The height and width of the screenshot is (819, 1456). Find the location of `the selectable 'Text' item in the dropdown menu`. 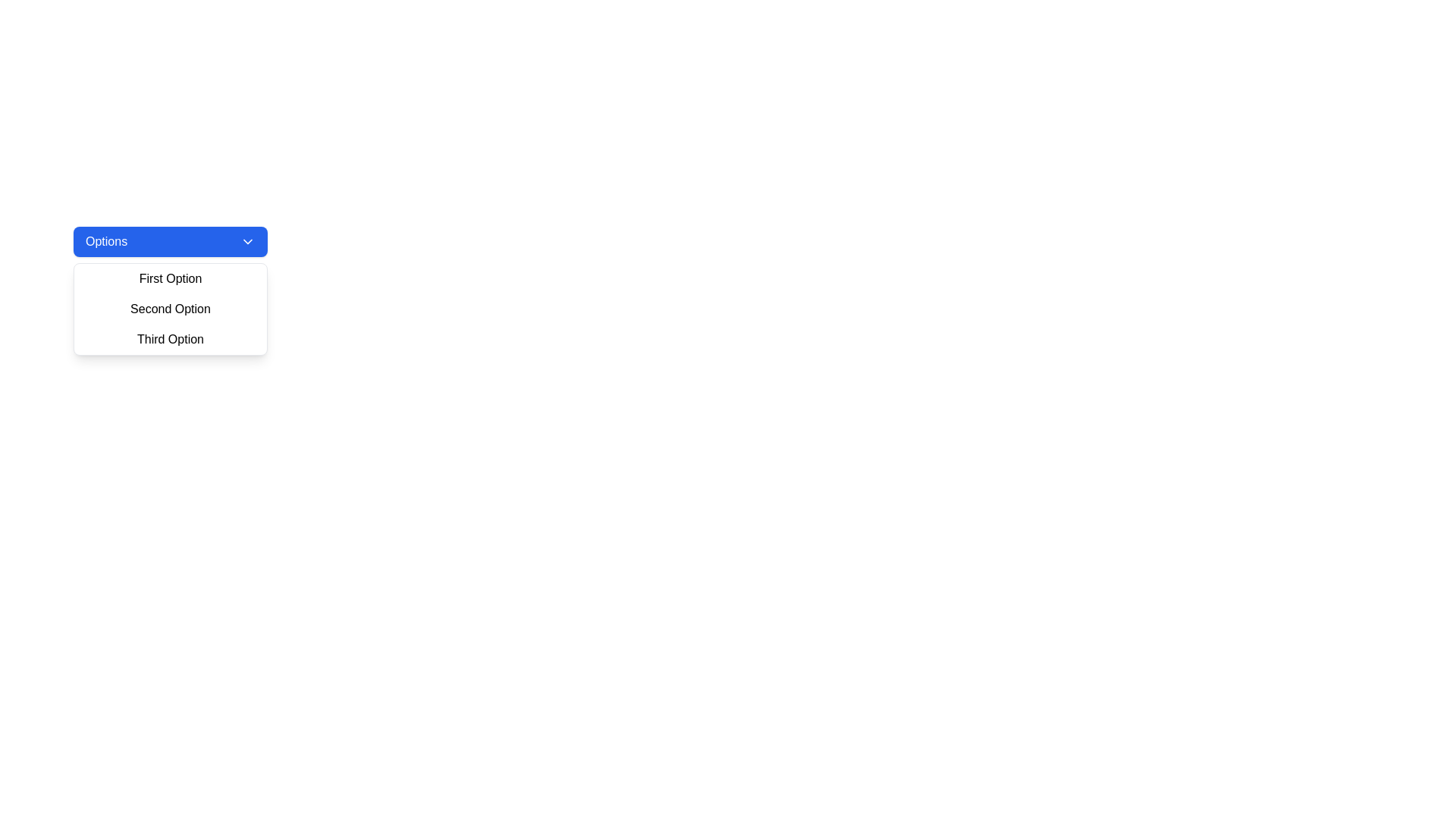

the selectable 'Text' item in the dropdown menu is located at coordinates (171, 309).